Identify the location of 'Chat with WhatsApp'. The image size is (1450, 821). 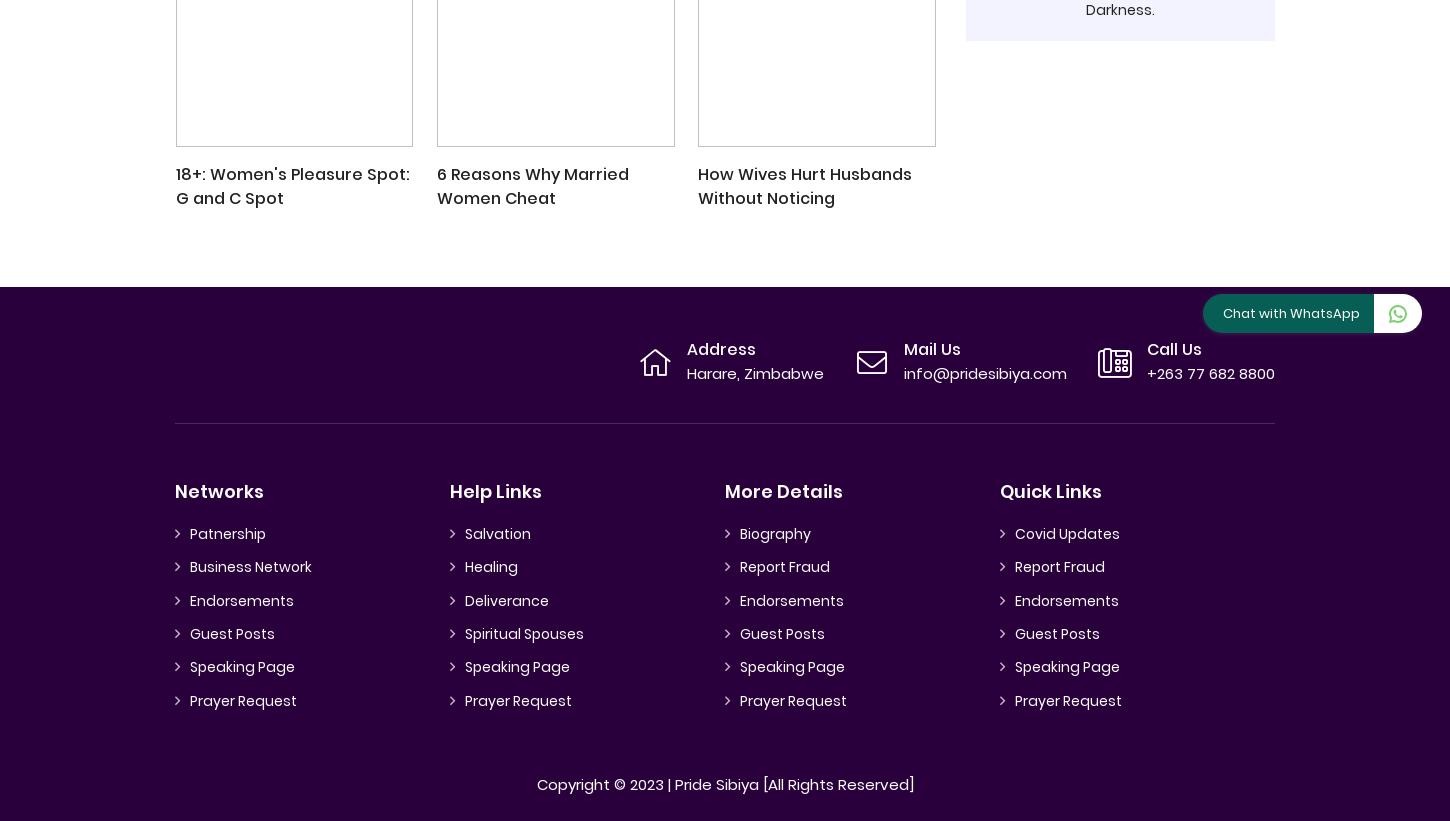
(1291, 312).